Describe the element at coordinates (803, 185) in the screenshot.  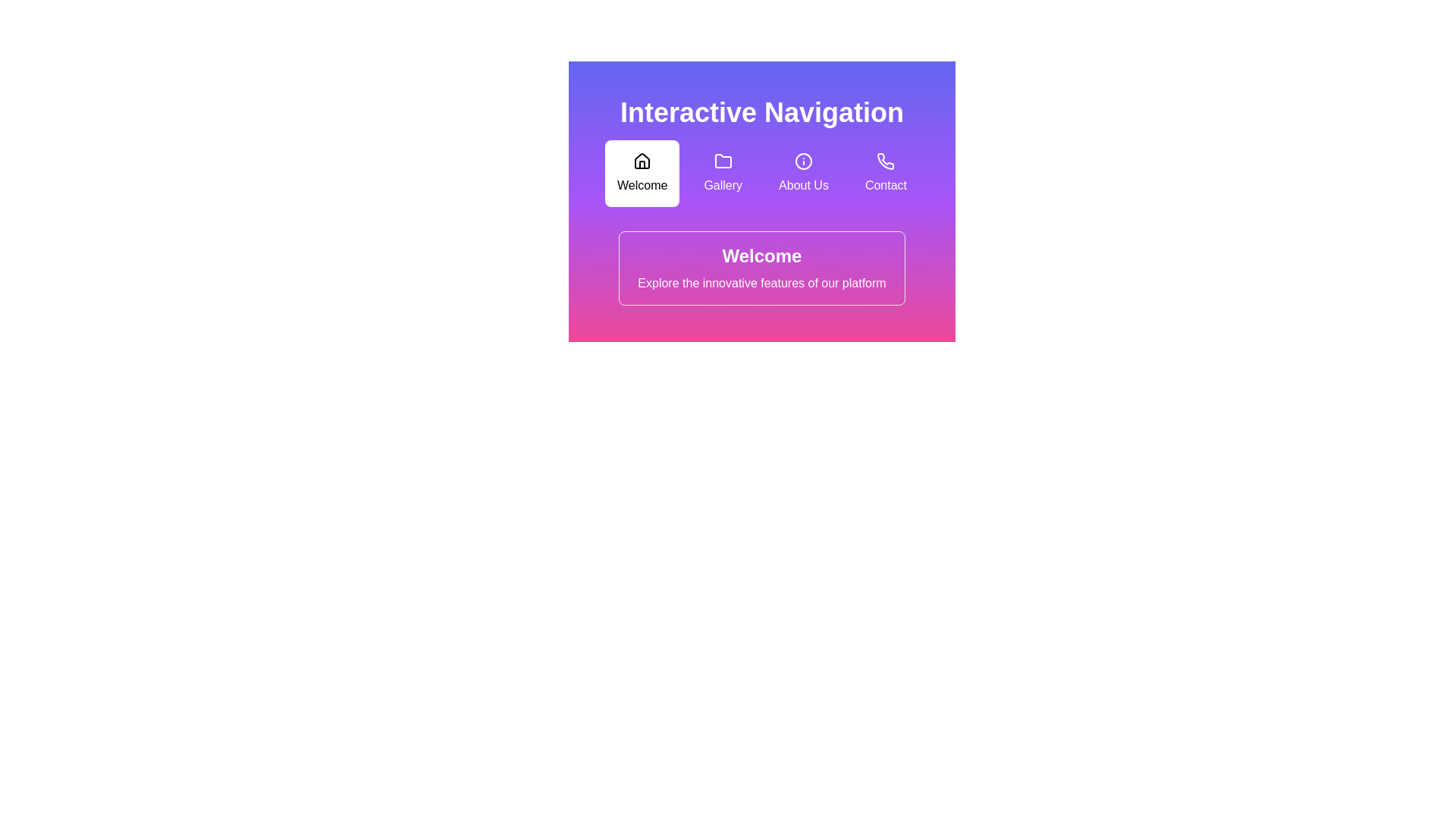
I see `the 'About Us' text label, which is styled with a modern sans-serif font and positioned below an information icon` at that location.